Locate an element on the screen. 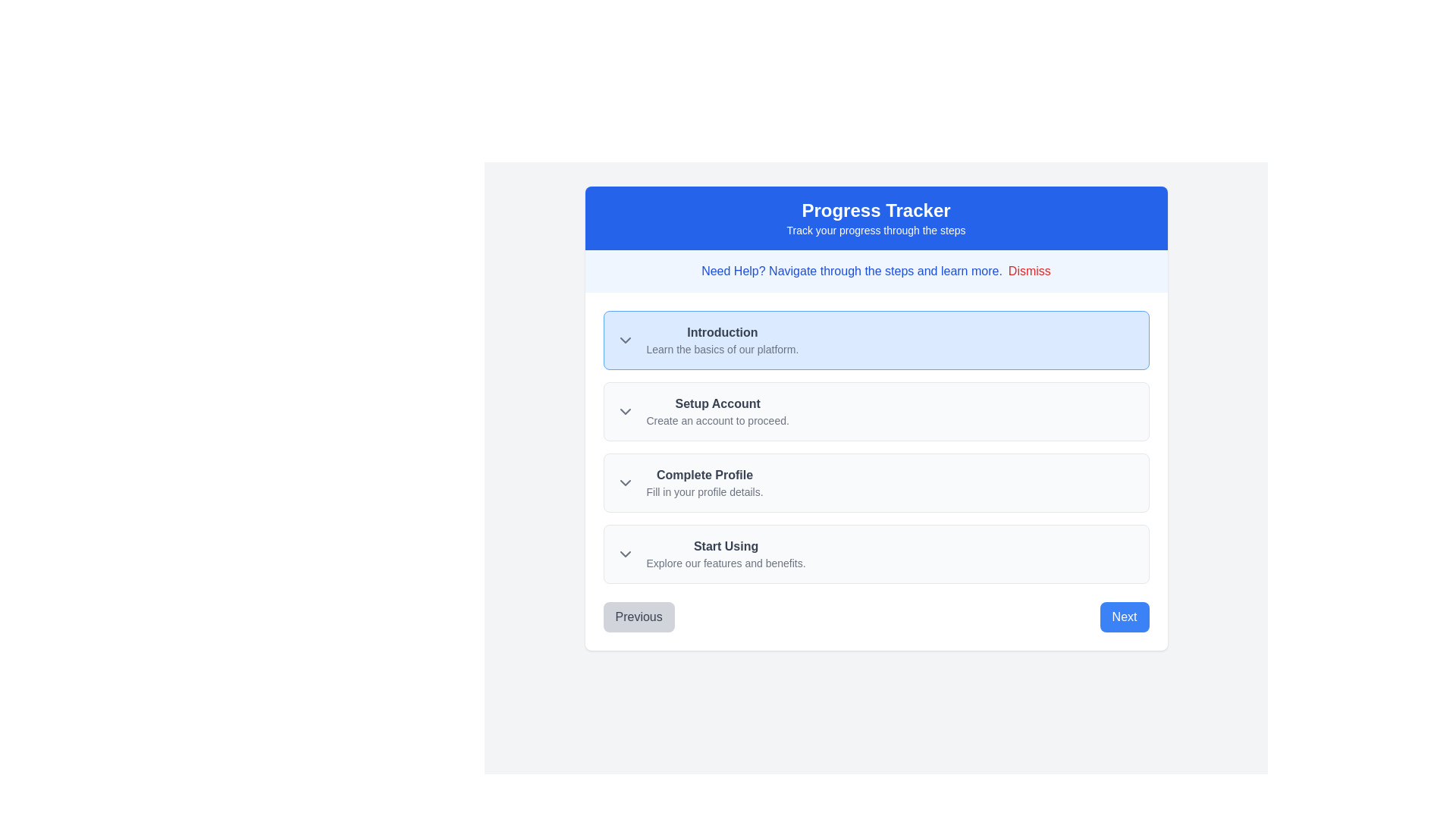  the 'Start Using' text label element, which is in bold dark gray on a white background, located beneath the 'Progress Tracker' header and above the 'Explore our features and benefits.' text is located at coordinates (725, 547).